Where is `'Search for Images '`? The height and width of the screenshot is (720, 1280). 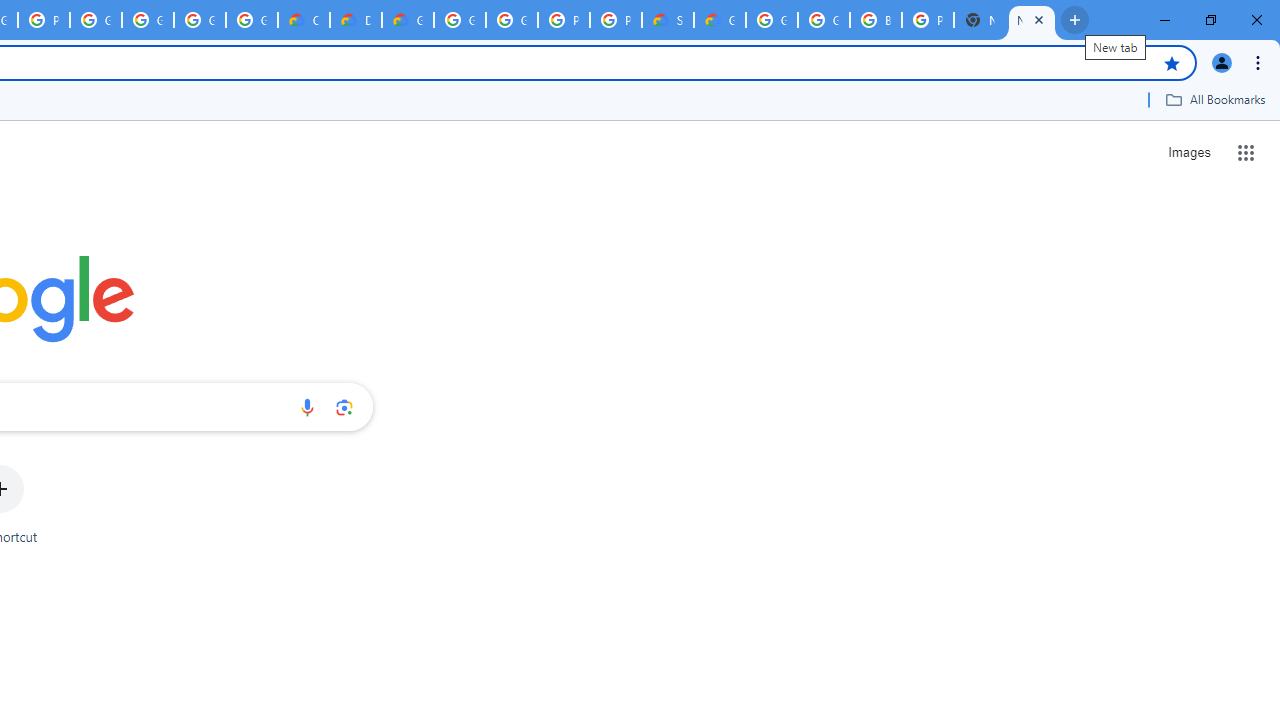
'Search for Images ' is located at coordinates (1189, 152).